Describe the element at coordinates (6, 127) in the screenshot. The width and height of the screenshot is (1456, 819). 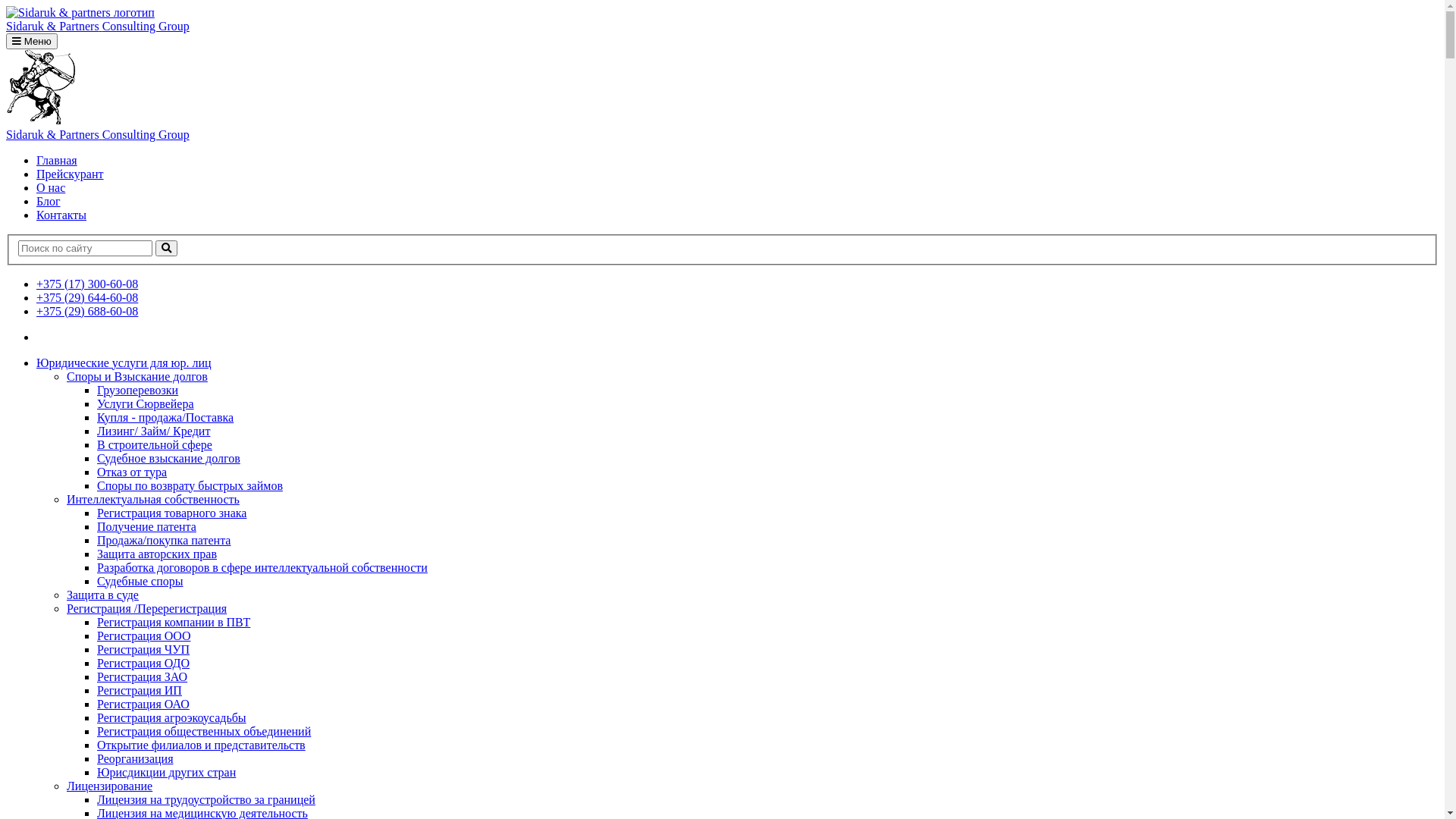
I see `'Sidaruk & Partners Consulting Group'` at that location.